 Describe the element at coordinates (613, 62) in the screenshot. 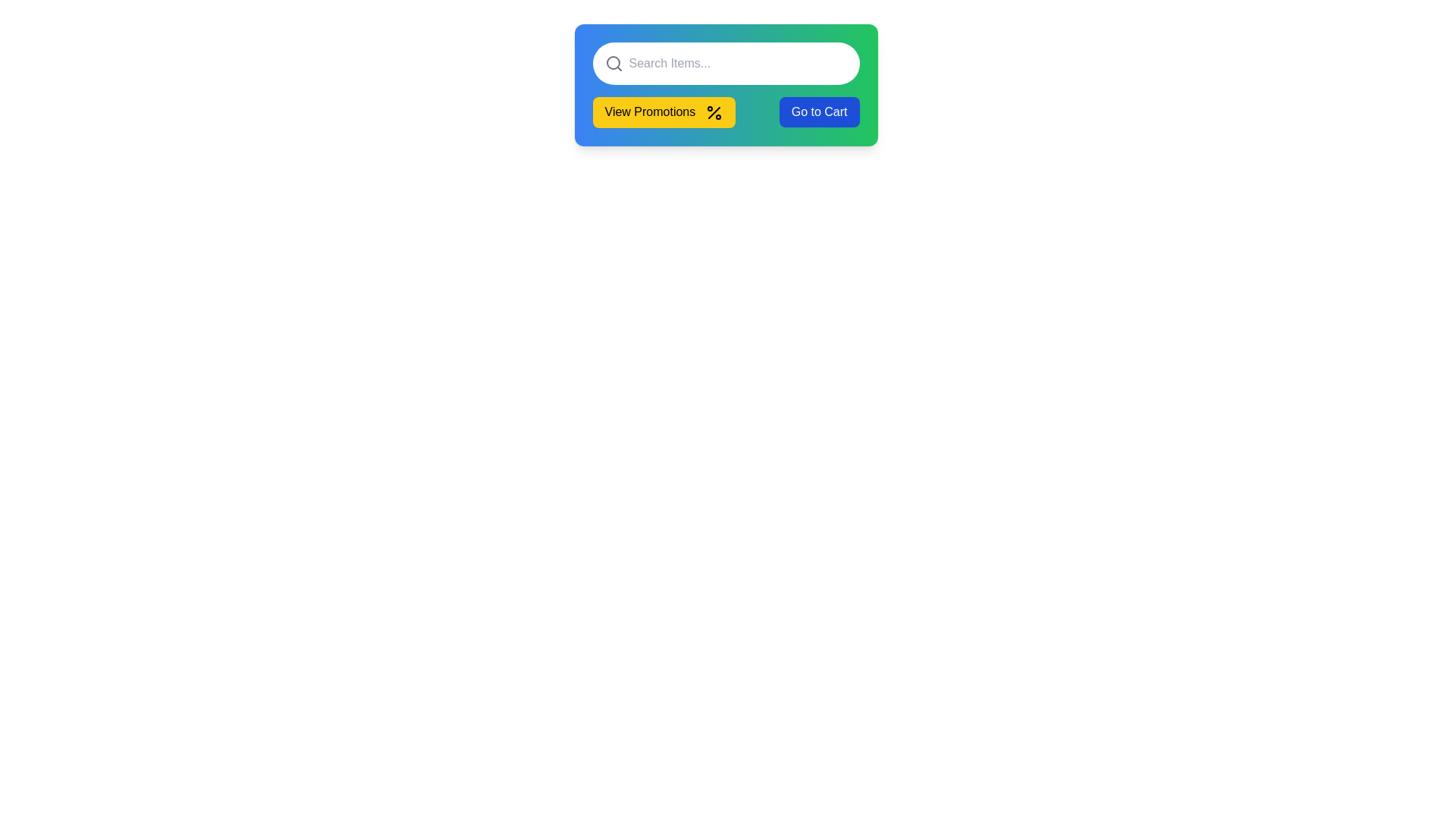

I see `the central circular part of the magnifying glass graphic, which is the main circular body within the search lens icon located at the left side of a search bar` at that location.